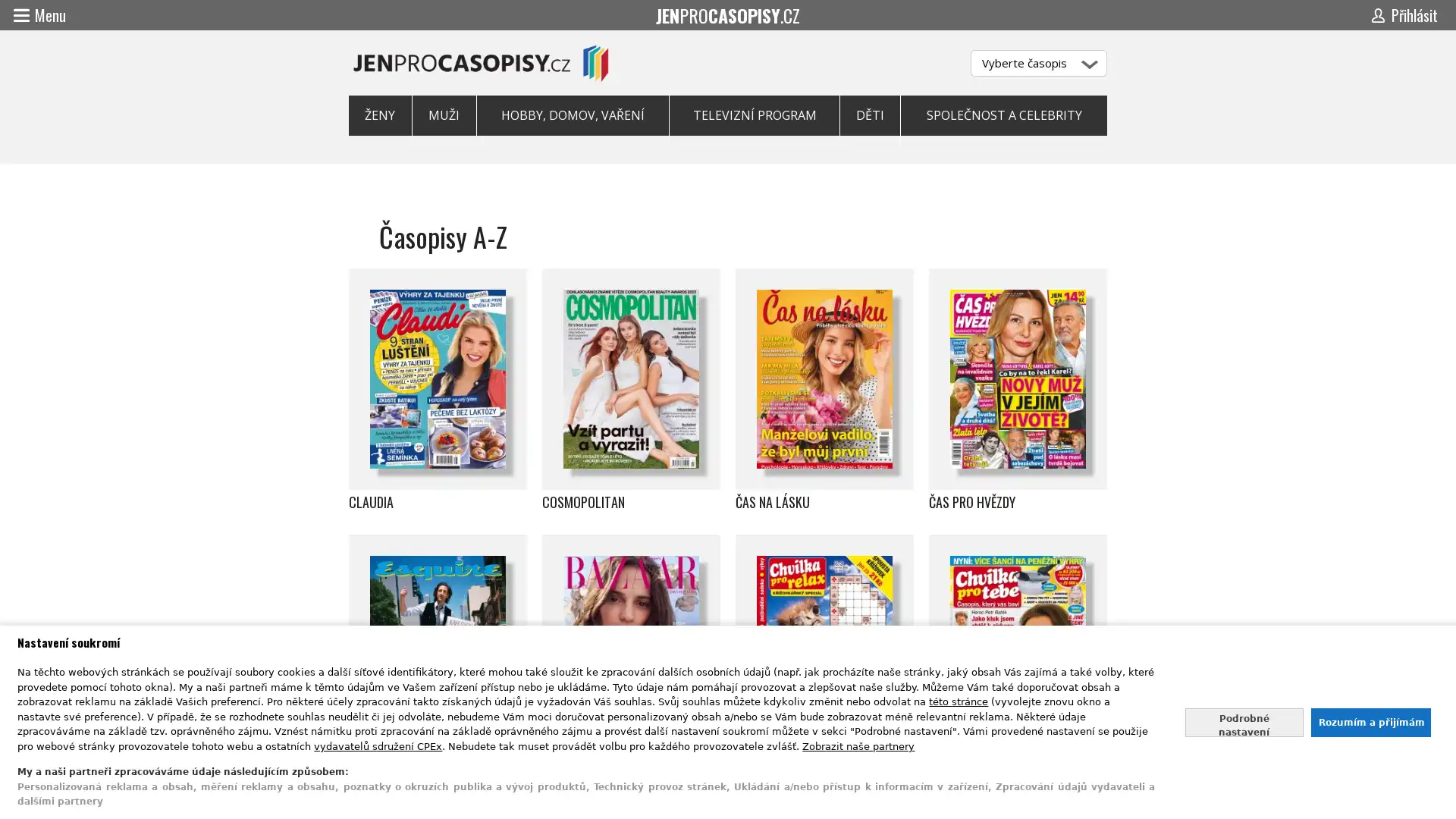  What do you see at coordinates (858, 745) in the screenshot?
I see `Zobrazit nase partnery` at bounding box center [858, 745].